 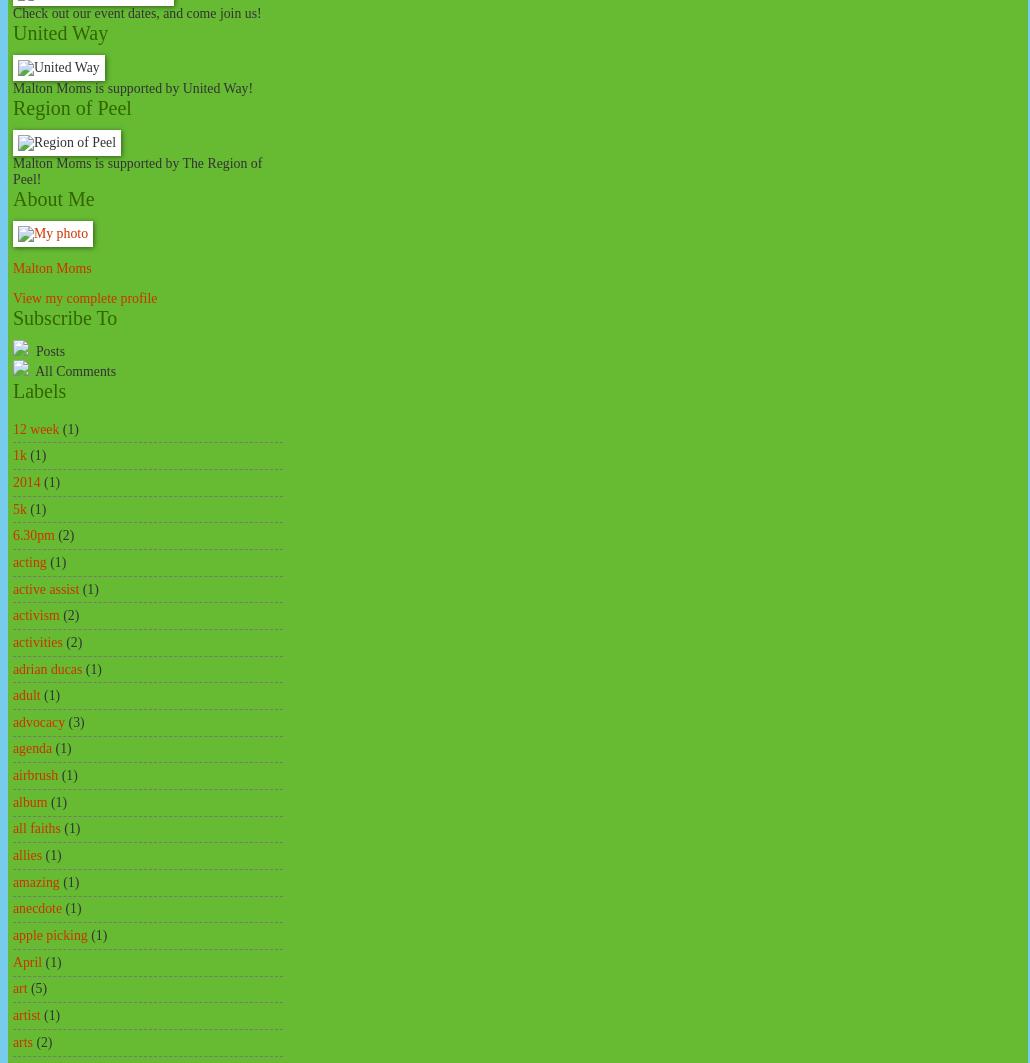 I want to click on 'Malton Moms is supported by United Way!', so click(x=12, y=88).